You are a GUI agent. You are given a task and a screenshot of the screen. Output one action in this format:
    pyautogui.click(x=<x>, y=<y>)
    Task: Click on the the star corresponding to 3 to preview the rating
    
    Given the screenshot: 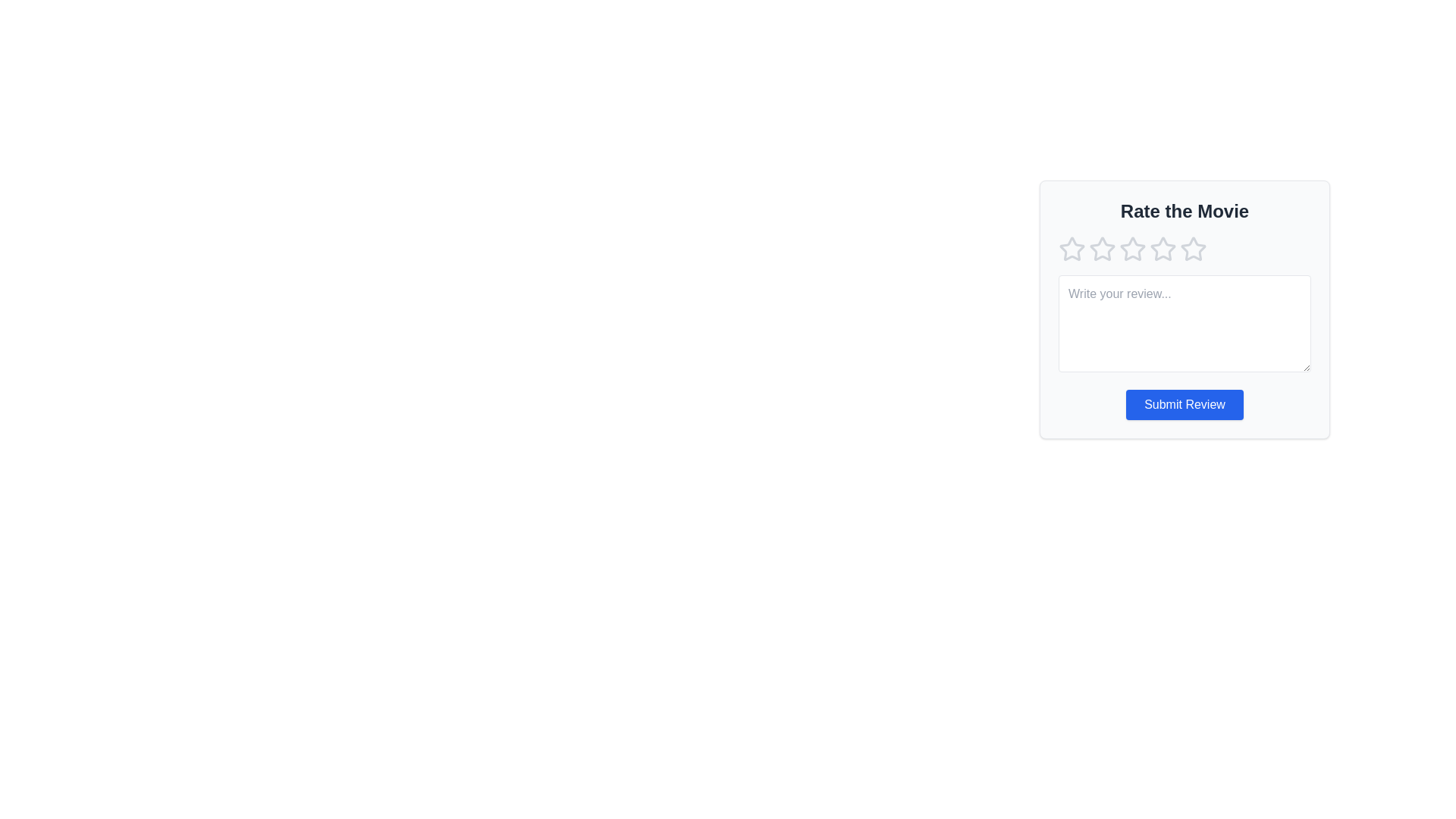 What is the action you would take?
    pyautogui.click(x=1132, y=248)
    